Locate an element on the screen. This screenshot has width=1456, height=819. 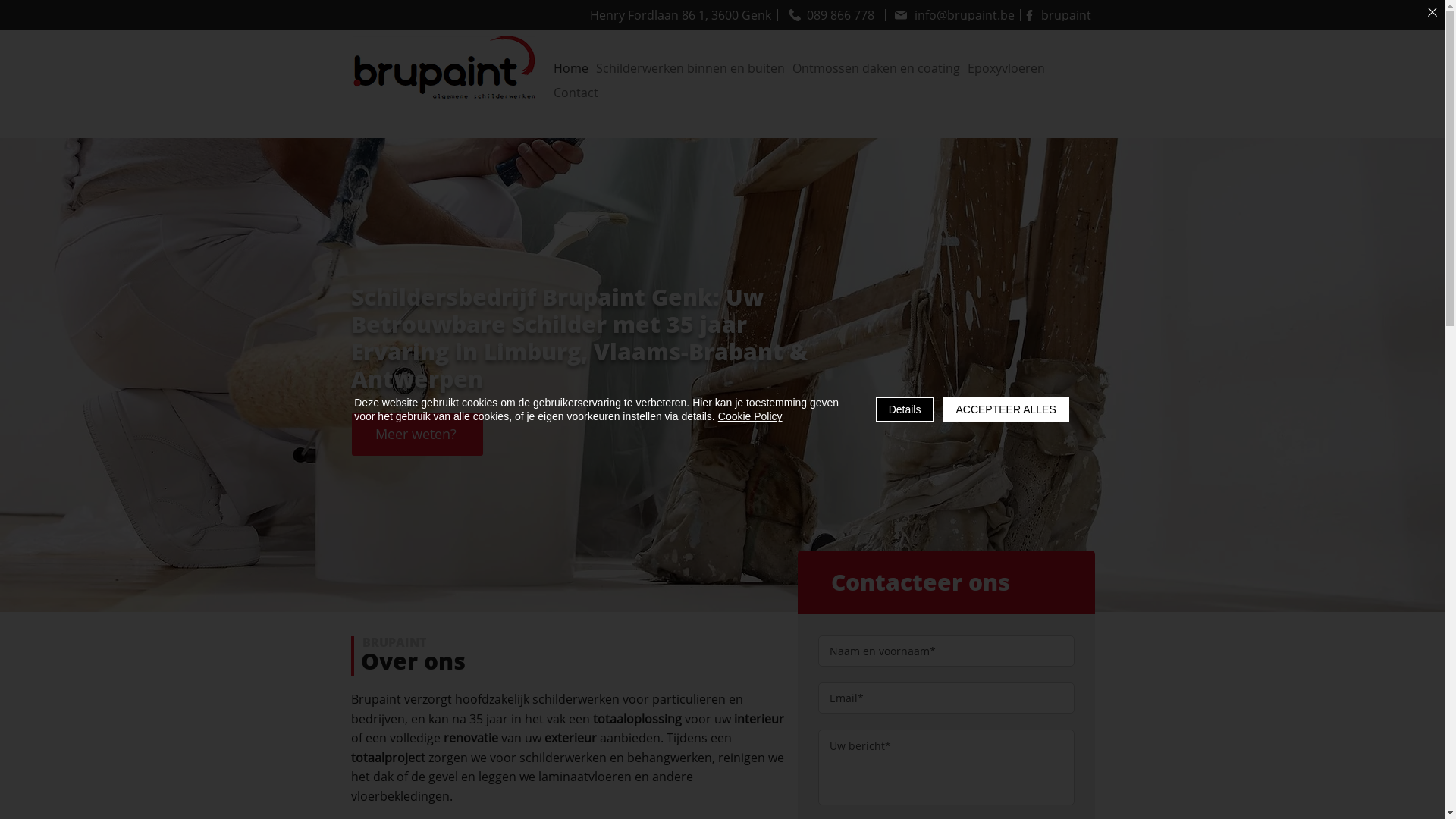
'Meer weten?' is located at coordinates (417, 434).